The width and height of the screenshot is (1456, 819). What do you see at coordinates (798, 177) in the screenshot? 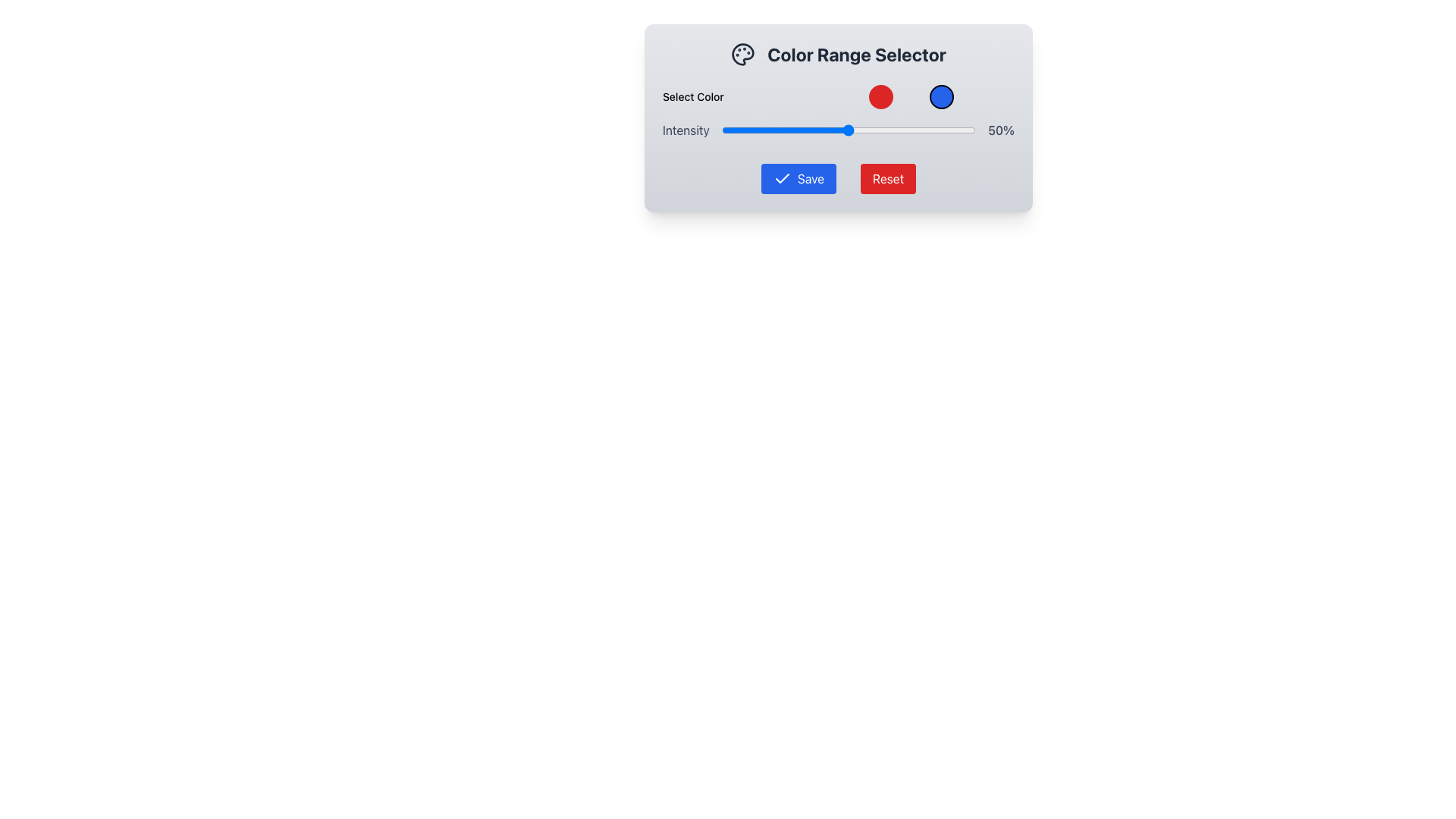
I see `the 'Save' button, which has a bold blue background and a white checkmark icon` at bounding box center [798, 177].